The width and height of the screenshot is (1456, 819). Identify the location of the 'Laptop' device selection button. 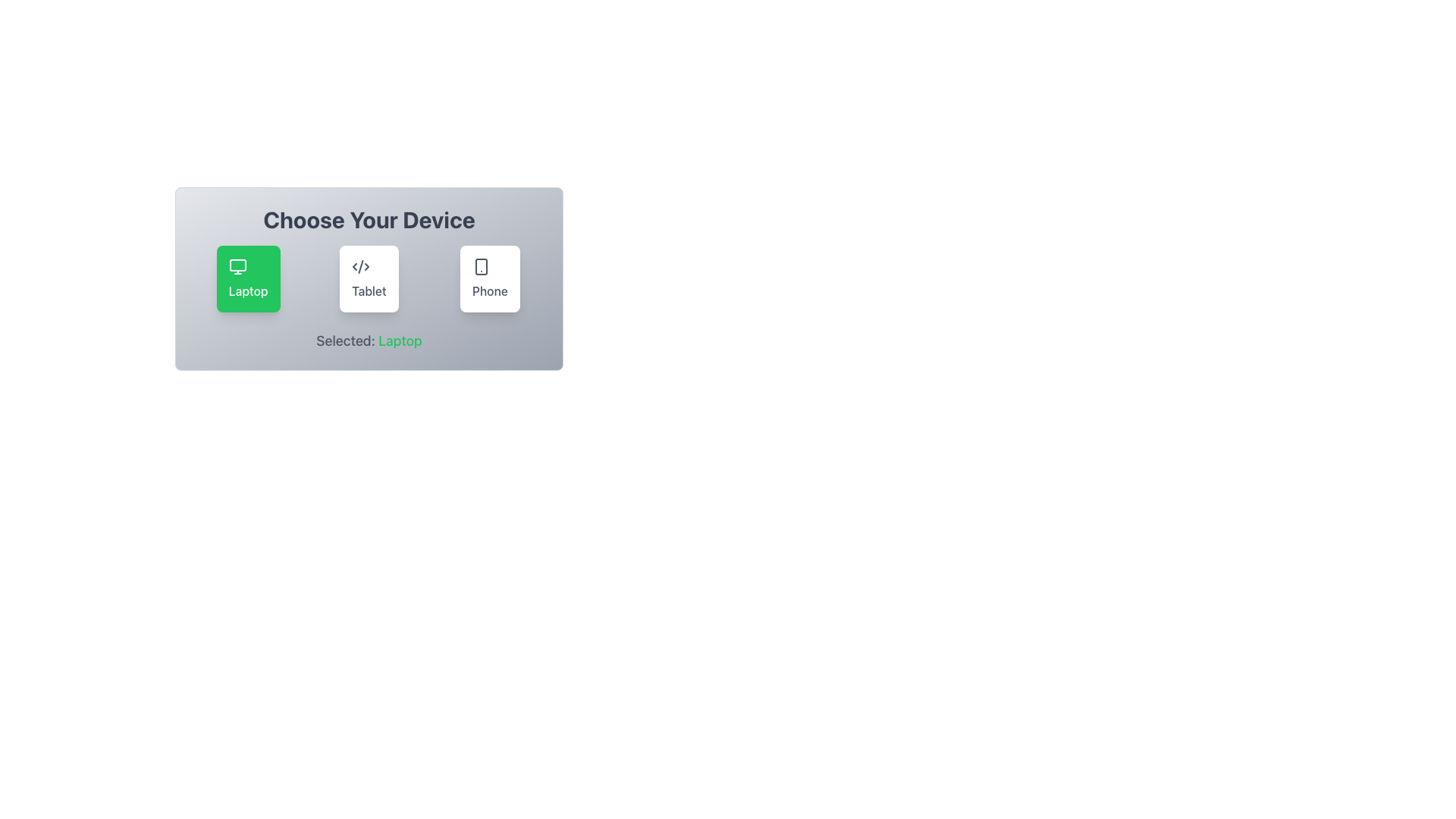
(248, 278).